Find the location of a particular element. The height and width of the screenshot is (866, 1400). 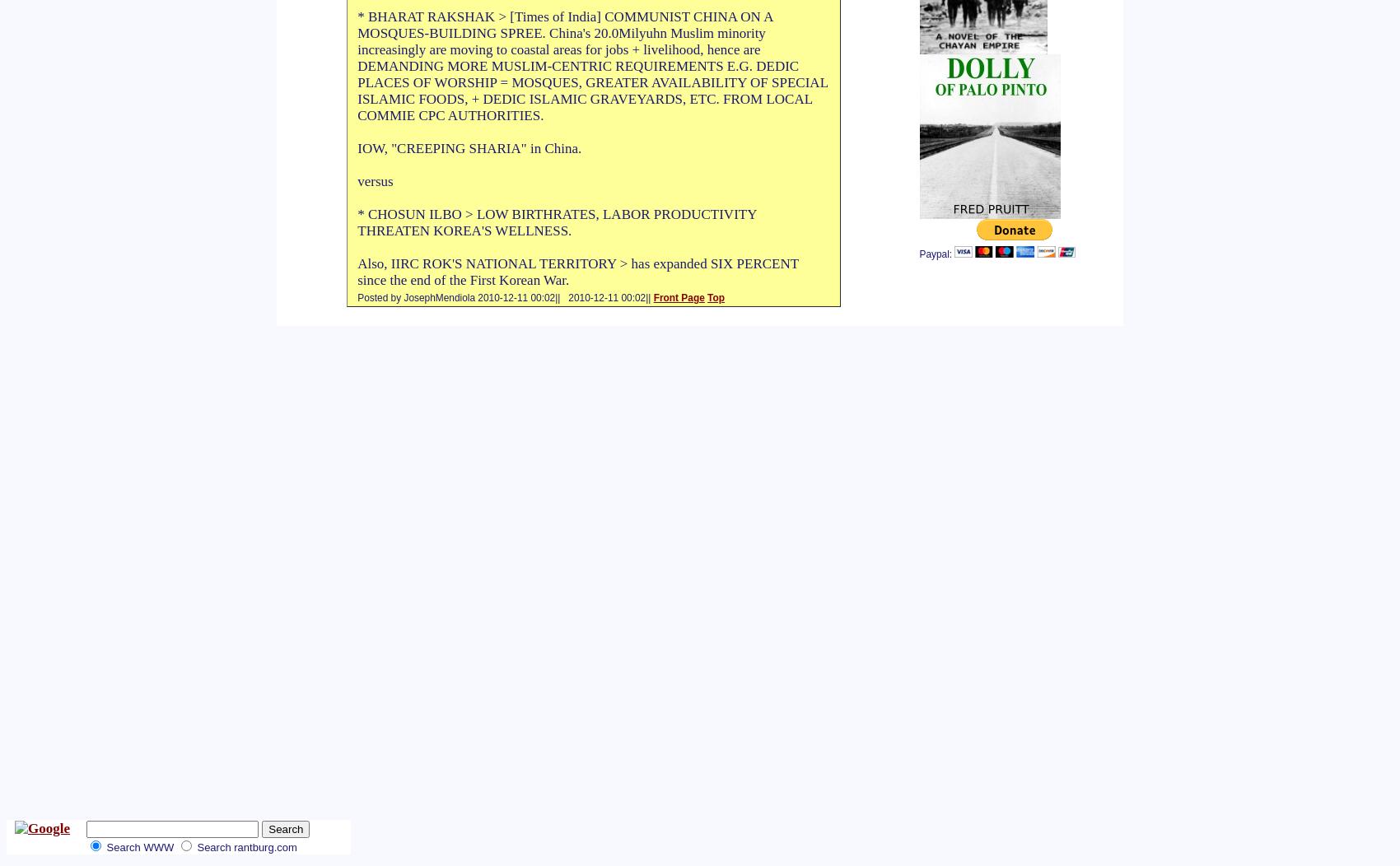

'2010-12-11 00:02||' is located at coordinates (607, 297).